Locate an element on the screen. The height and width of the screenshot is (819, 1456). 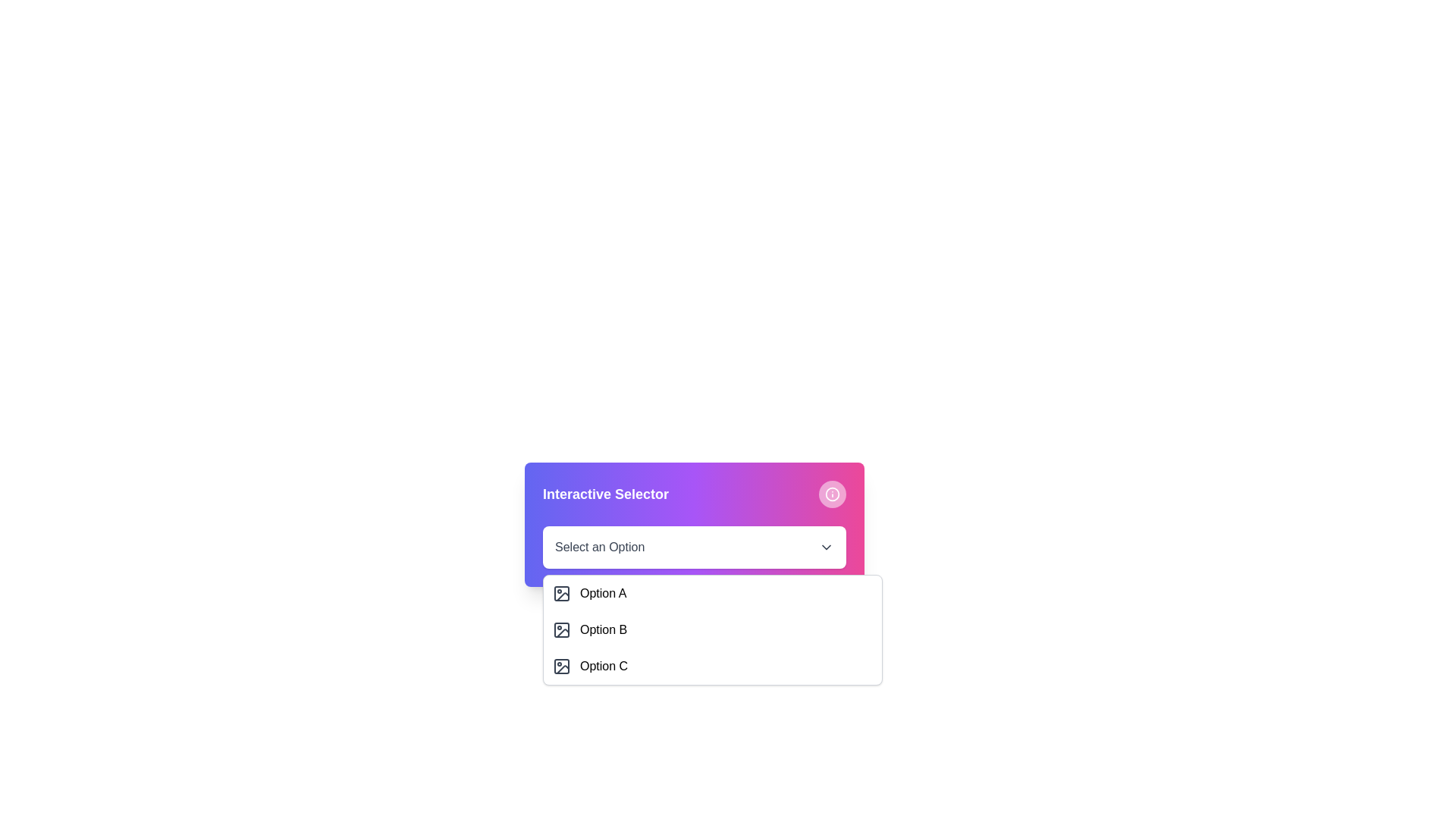
the 'Option C' graphic SVG icon located is located at coordinates (562, 669).